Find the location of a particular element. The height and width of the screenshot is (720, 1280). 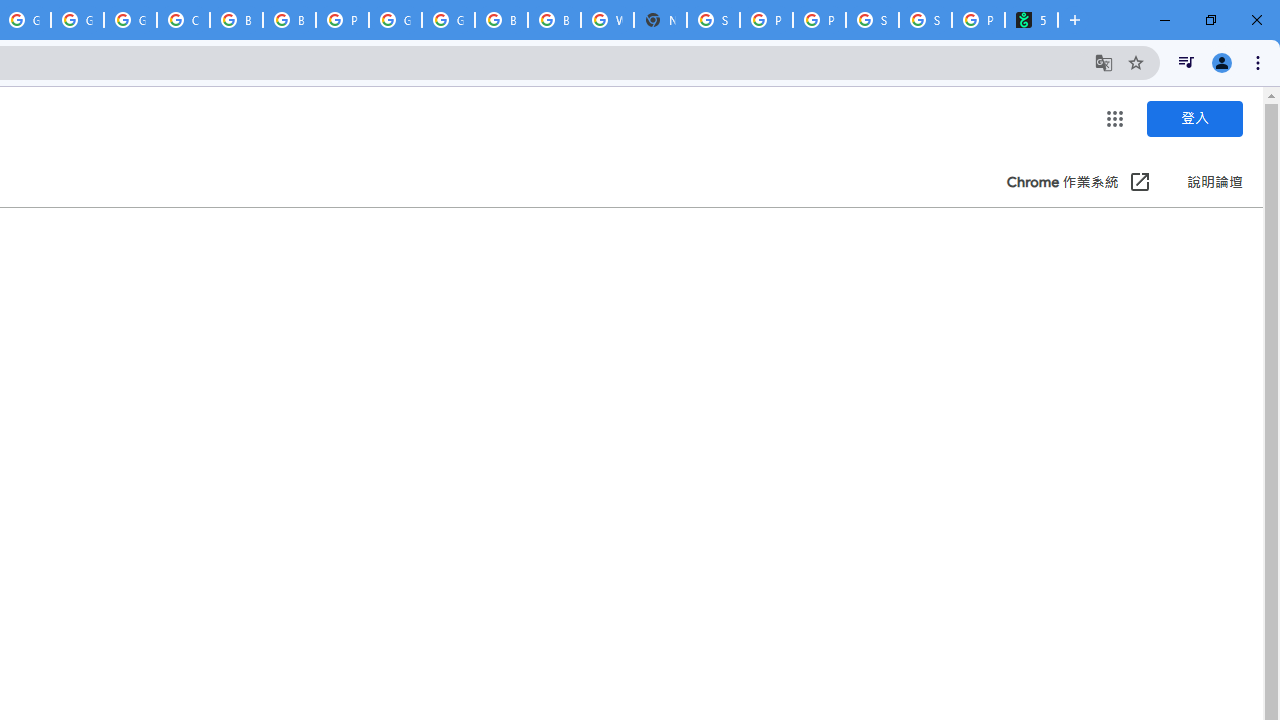

'Translate this page' is located at coordinates (1103, 61).